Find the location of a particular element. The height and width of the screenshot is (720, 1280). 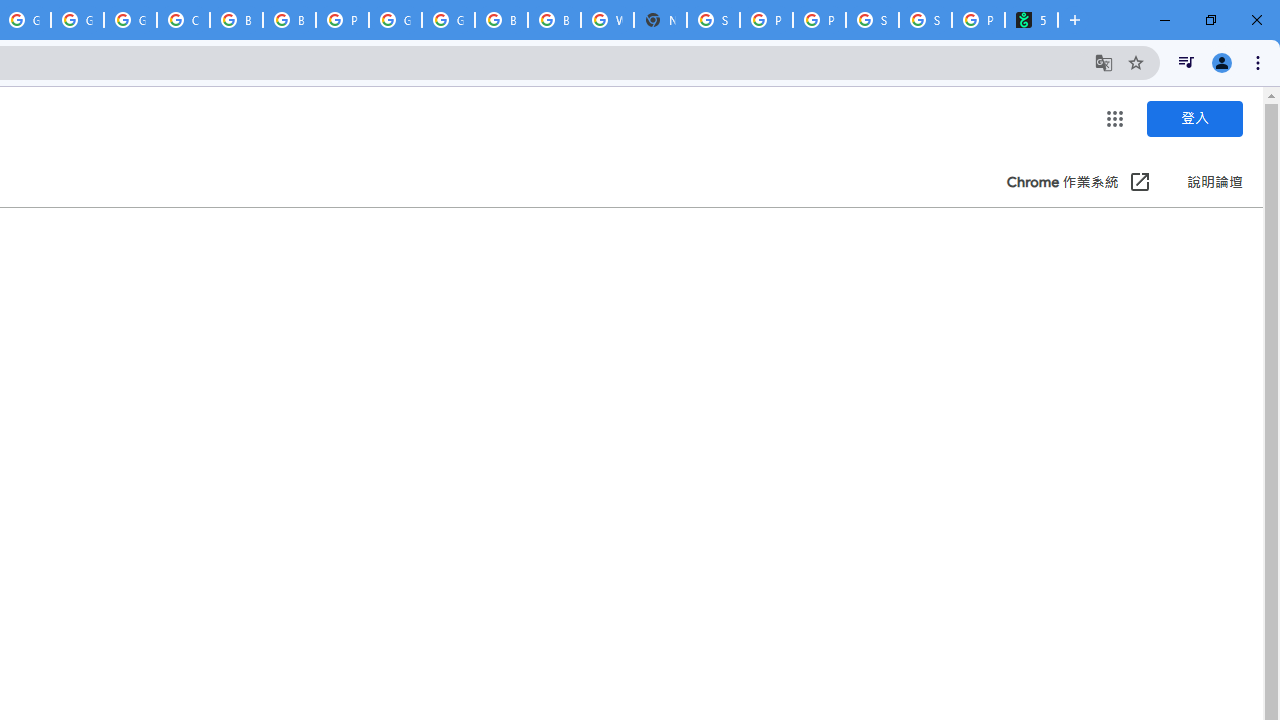

'Translate this page' is located at coordinates (1103, 61).